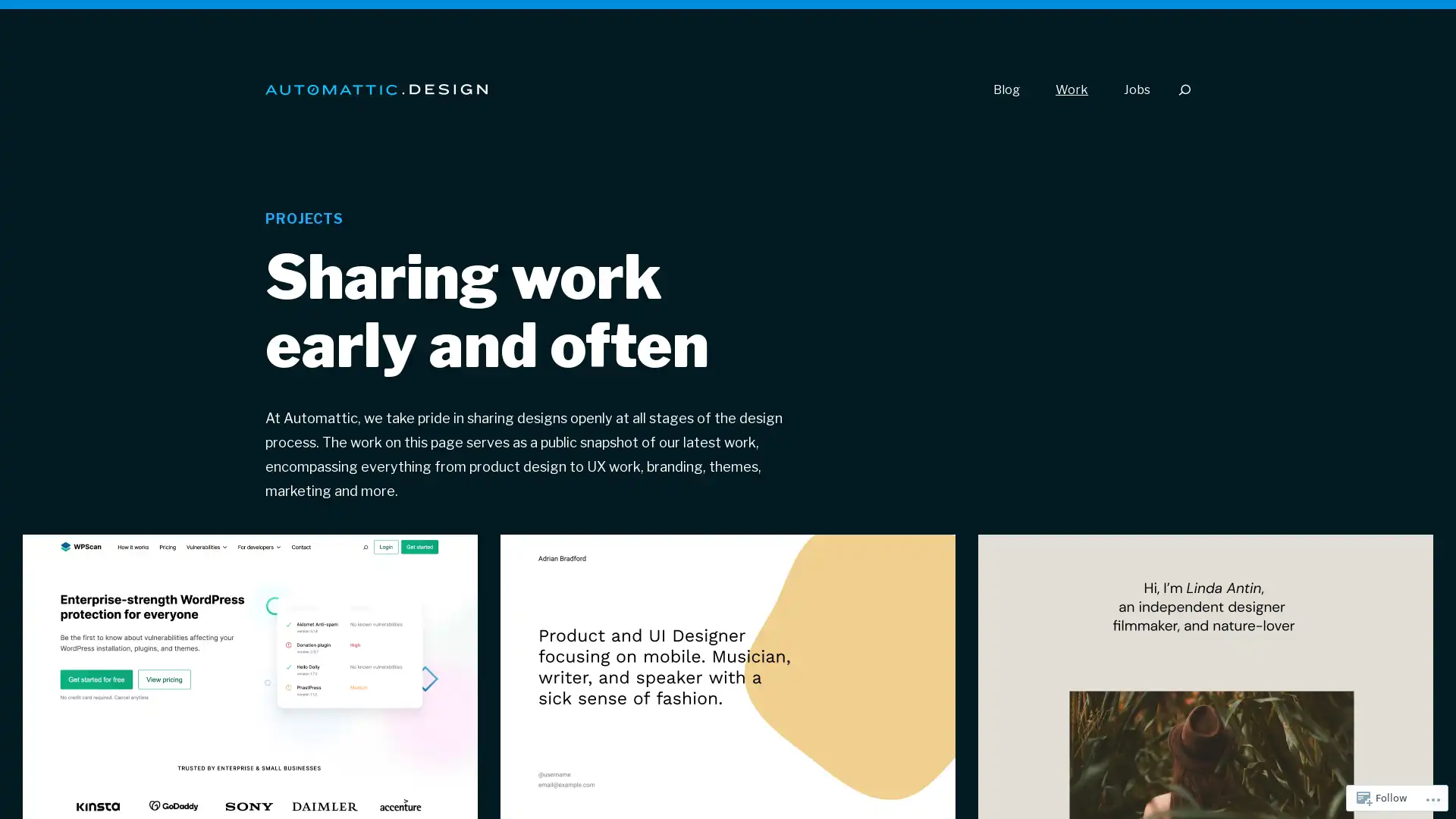 The image size is (1456, 819). I want to click on Search, so click(1183, 89).